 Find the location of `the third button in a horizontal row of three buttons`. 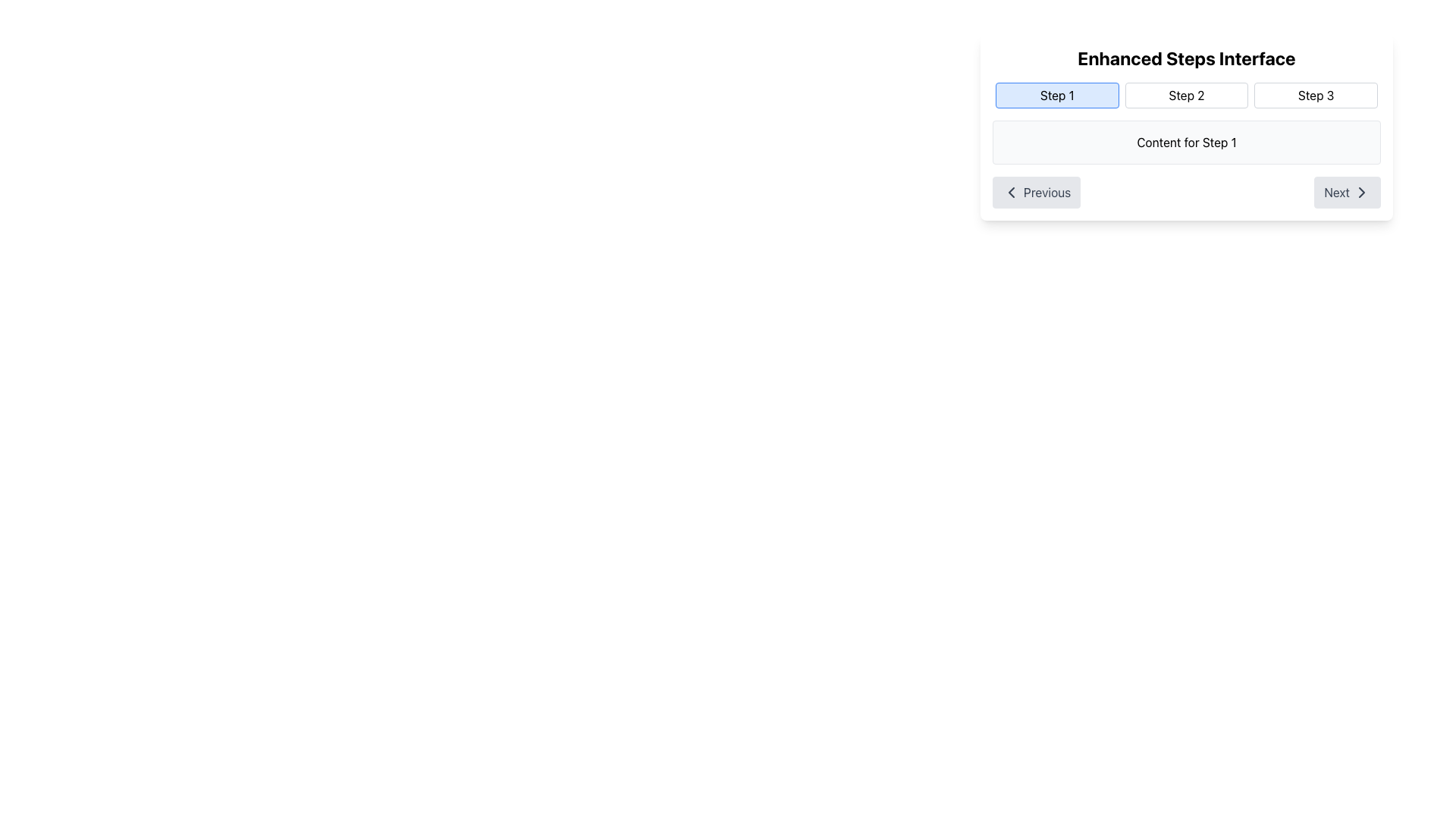

the third button in a horizontal row of three buttons is located at coordinates (1315, 96).